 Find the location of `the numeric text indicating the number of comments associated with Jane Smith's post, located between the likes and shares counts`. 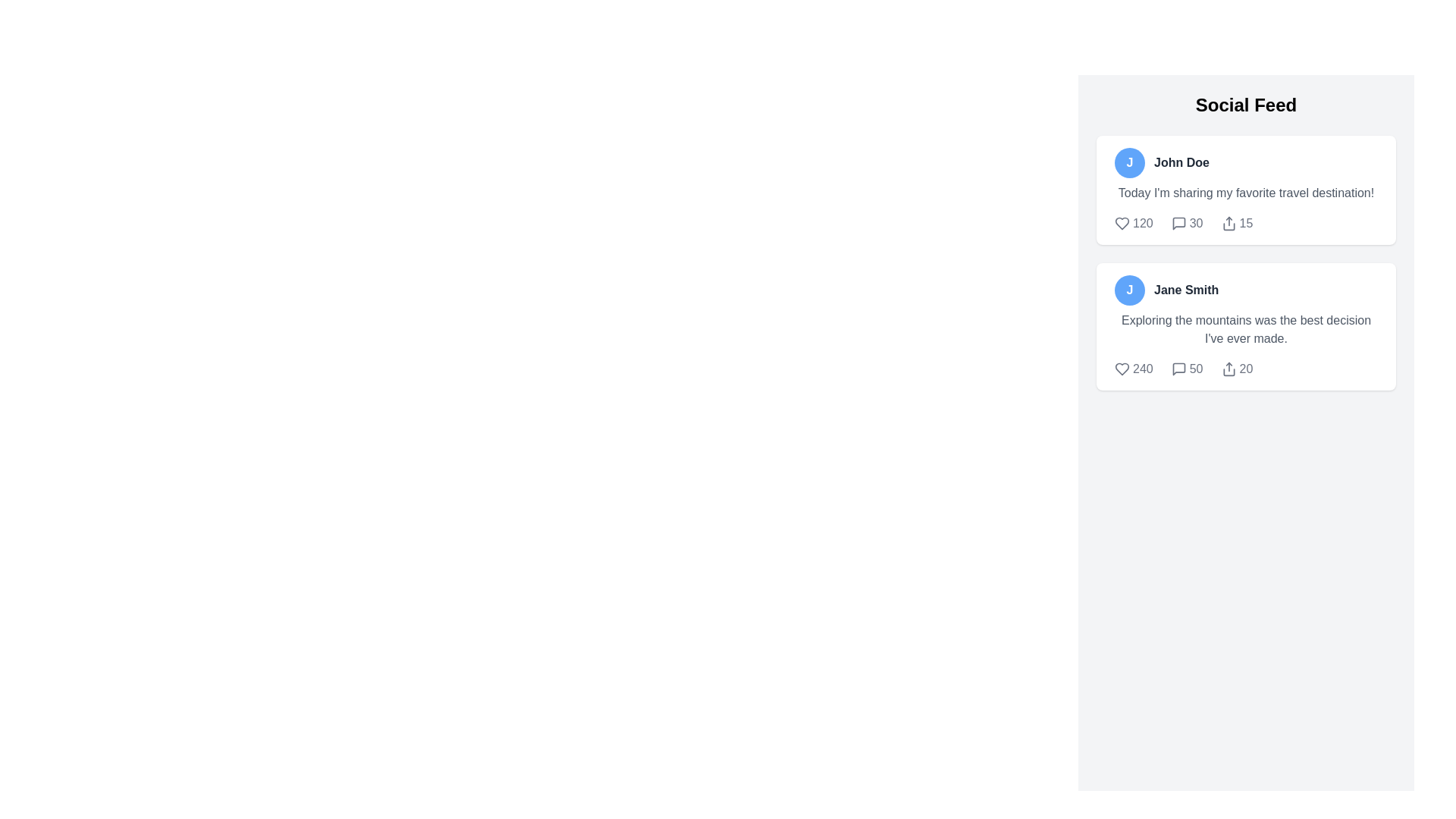

the numeric text indicating the number of comments associated with Jane Smith's post, located between the likes and shares counts is located at coordinates (1186, 369).